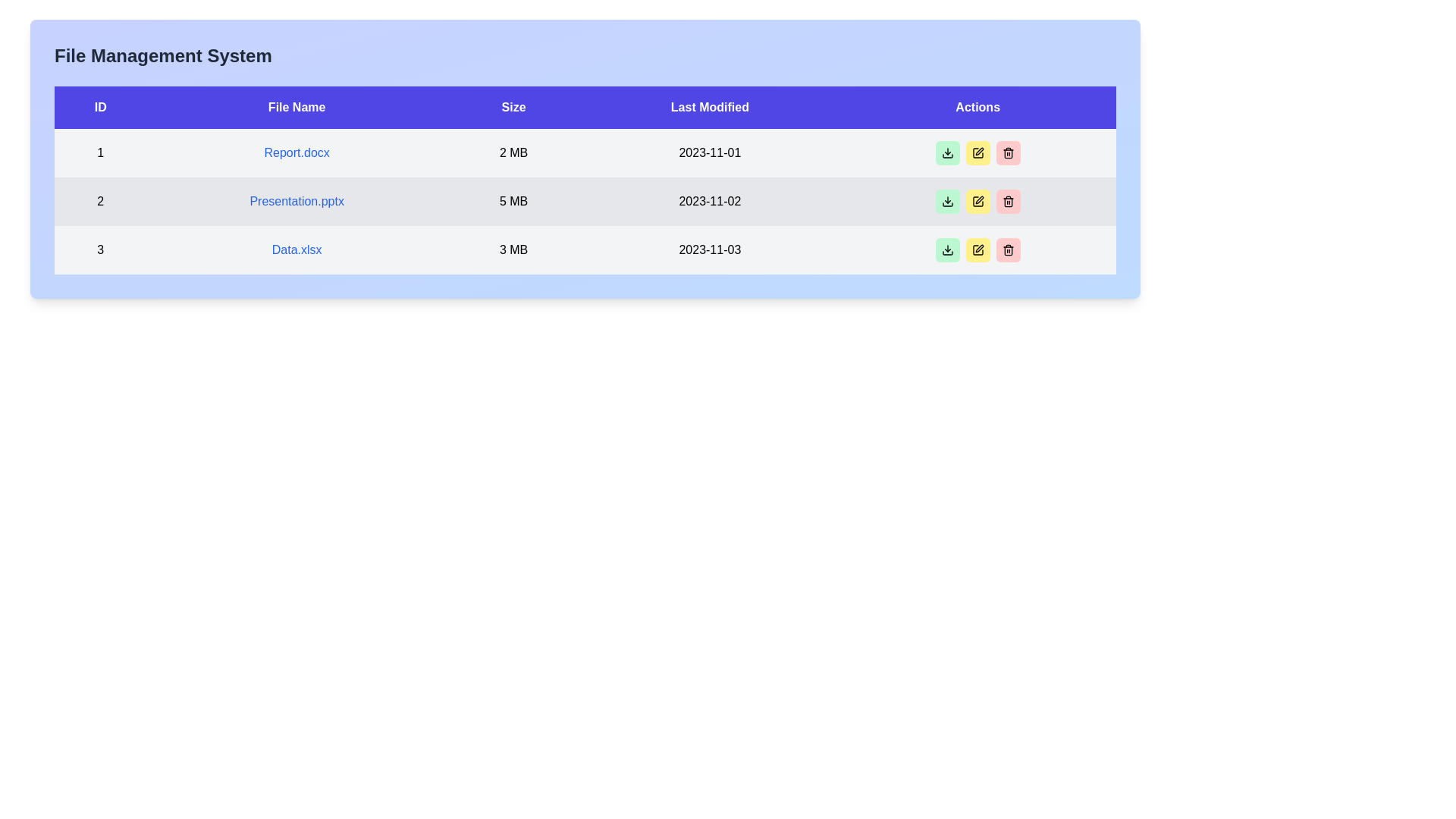 Image resolution: width=1456 pixels, height=819 pixels. What do you see at coordinates (977, 107) in the screenshot?
I see `the Table header cell labeled 'Actions', which is the fifth header in the row containing 'ID', 'File Name', 'Size', 'Last Modified', and 'Actions'` at bounding box center [977, 107].